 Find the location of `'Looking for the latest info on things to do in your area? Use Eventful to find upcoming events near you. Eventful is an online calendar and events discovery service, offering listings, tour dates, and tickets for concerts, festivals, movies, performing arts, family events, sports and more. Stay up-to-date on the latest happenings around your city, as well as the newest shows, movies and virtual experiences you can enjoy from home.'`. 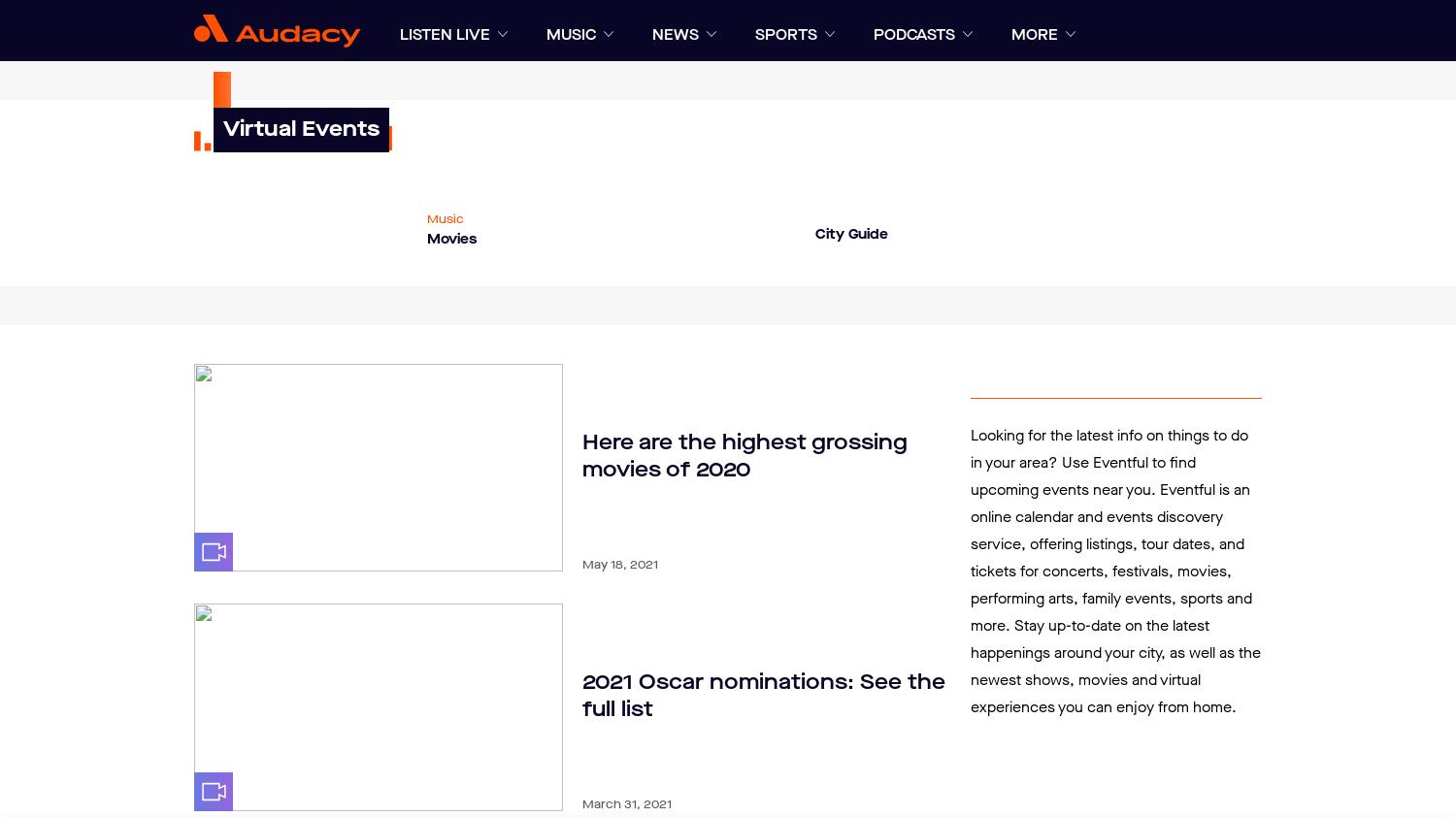

'Looking for the latest info on things to do in your area? Use Eventful to find upcoming events near you. Eventful is an online calendar and events discovery service, offering listings, tour dates, and tickets for concerts, festivals, movies, performing arts, family events, sports and more. Stay up-to-date on the latest happenings around your city, as well as the newest shows, movies and virtual experiences you can enjoy from home.' is located at coordinates (1115, 570).